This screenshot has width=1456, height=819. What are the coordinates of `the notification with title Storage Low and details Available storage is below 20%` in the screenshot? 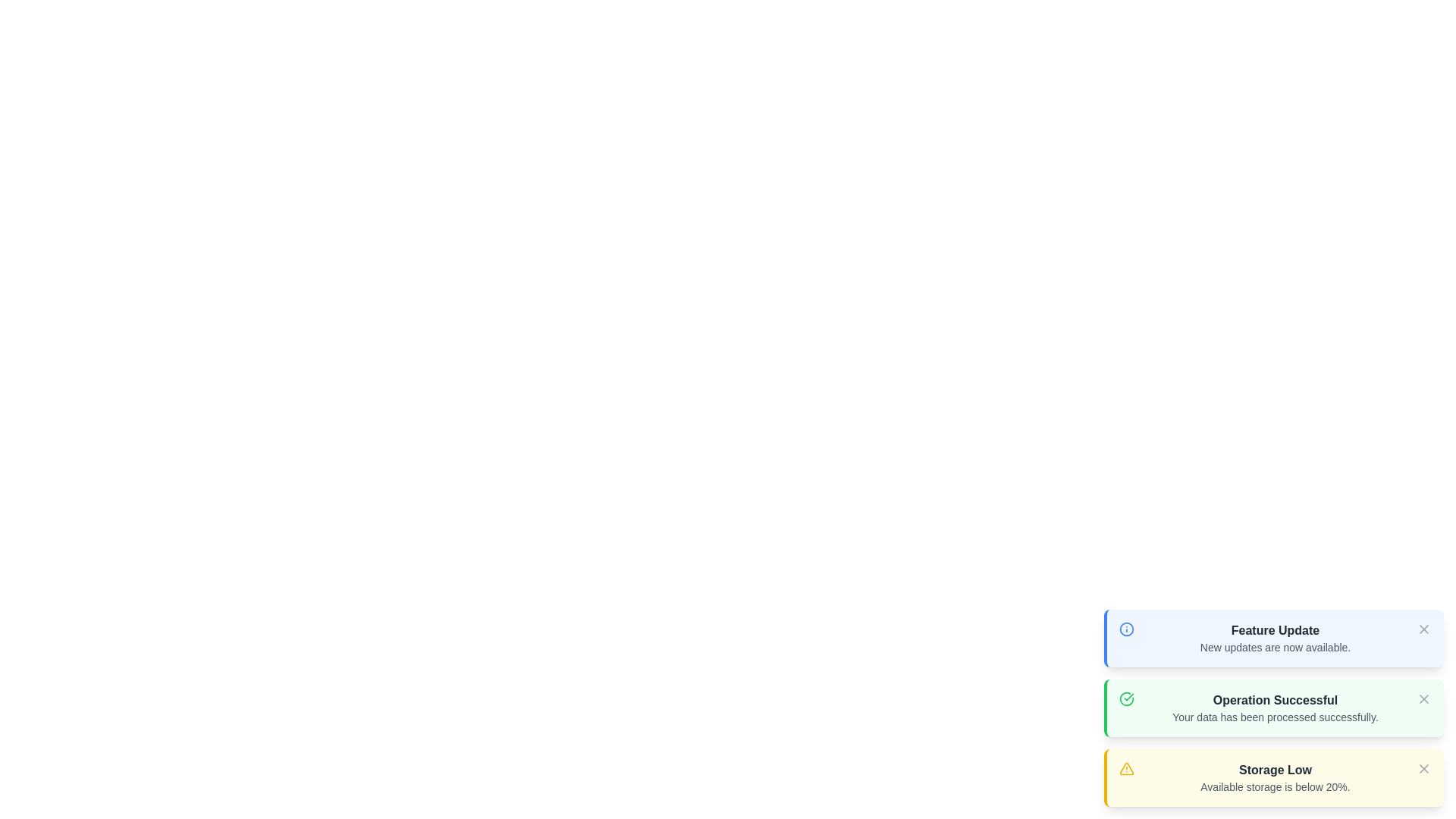 It's located at (1274, 770).